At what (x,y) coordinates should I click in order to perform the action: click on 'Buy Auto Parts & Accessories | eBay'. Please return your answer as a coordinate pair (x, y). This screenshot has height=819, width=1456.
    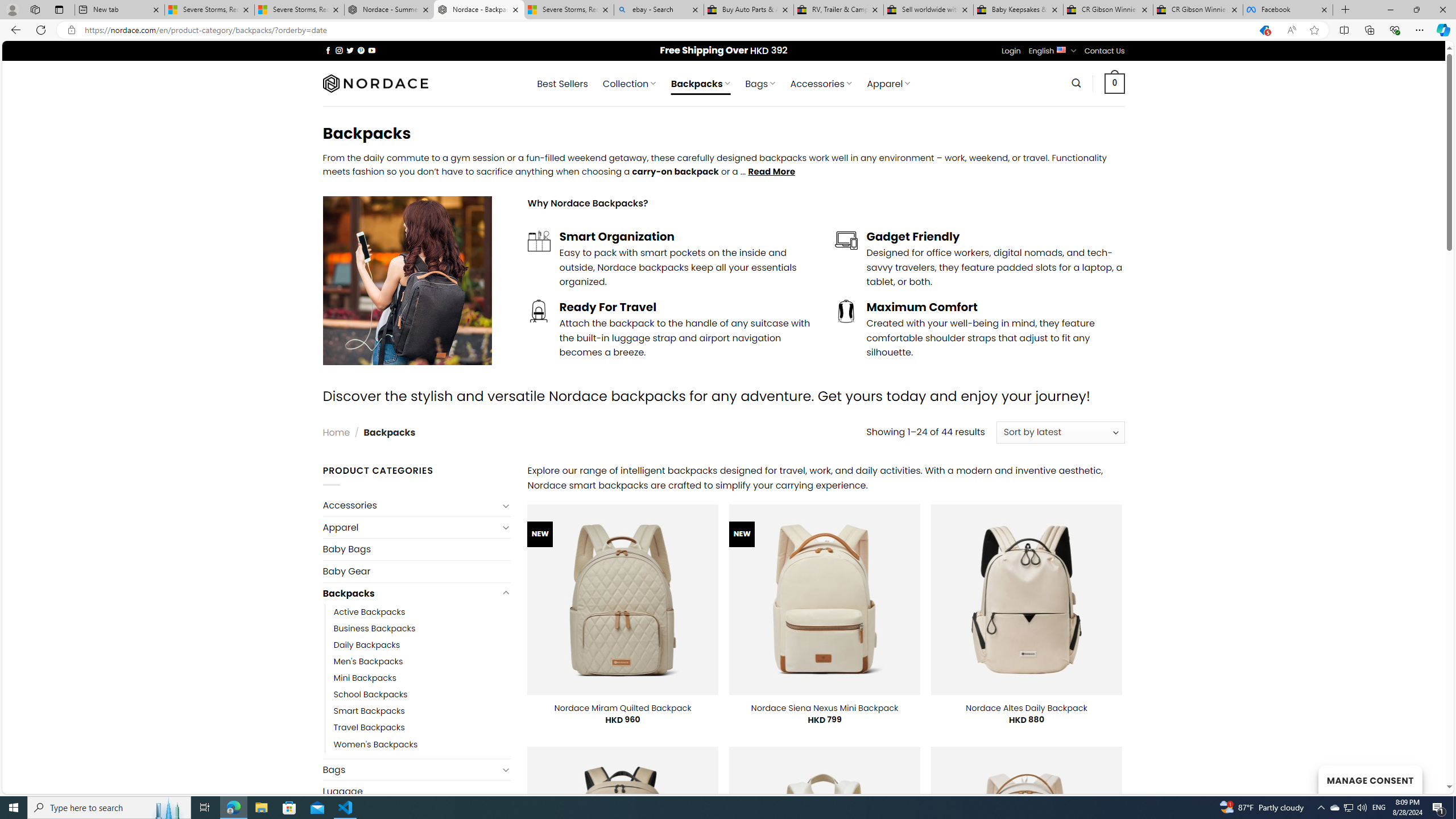
    Looking at the image, I should click on (747, 9).